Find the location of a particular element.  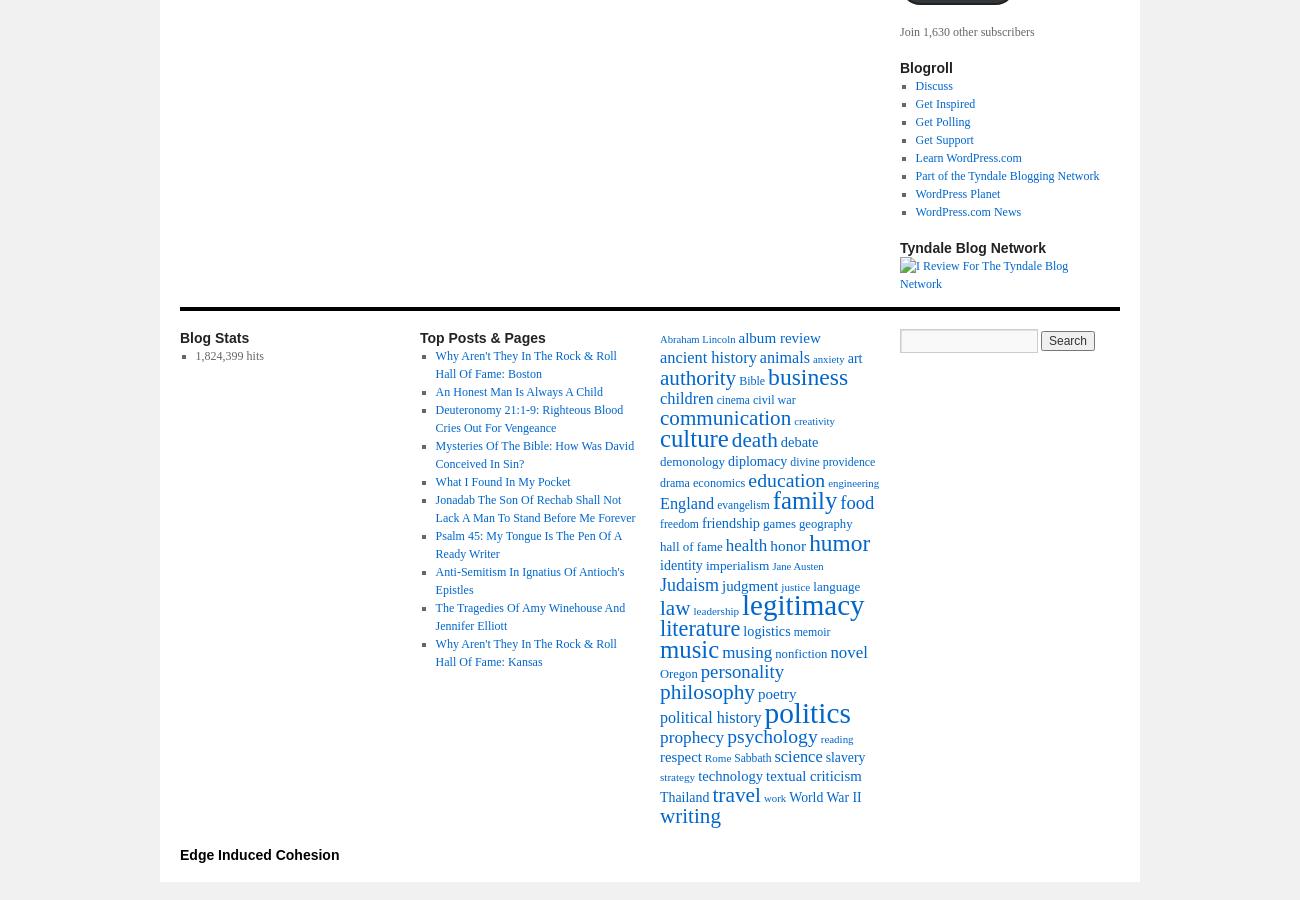

'communication' is located at coordinates (725, 417).